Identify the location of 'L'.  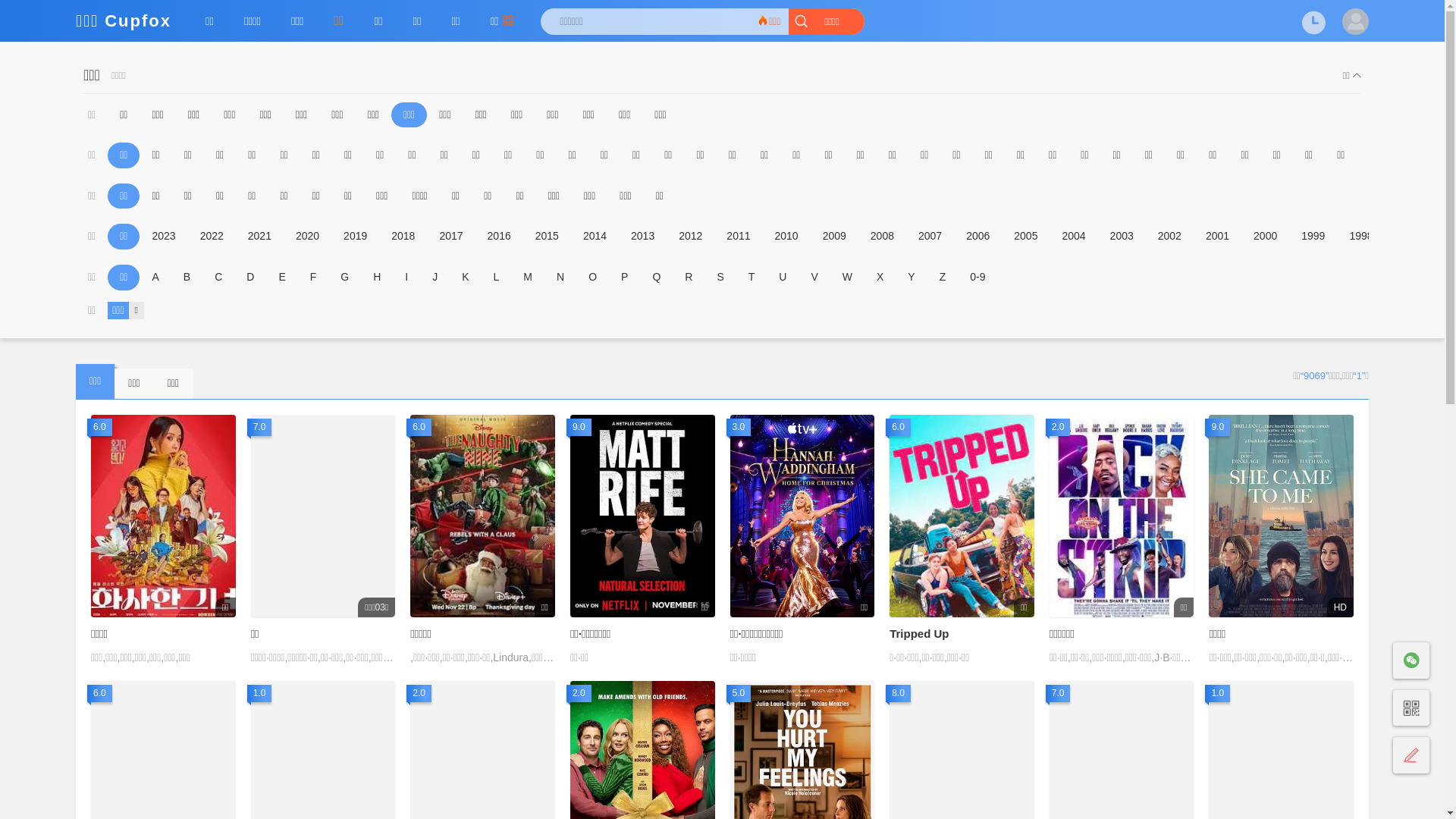
(480, 278).